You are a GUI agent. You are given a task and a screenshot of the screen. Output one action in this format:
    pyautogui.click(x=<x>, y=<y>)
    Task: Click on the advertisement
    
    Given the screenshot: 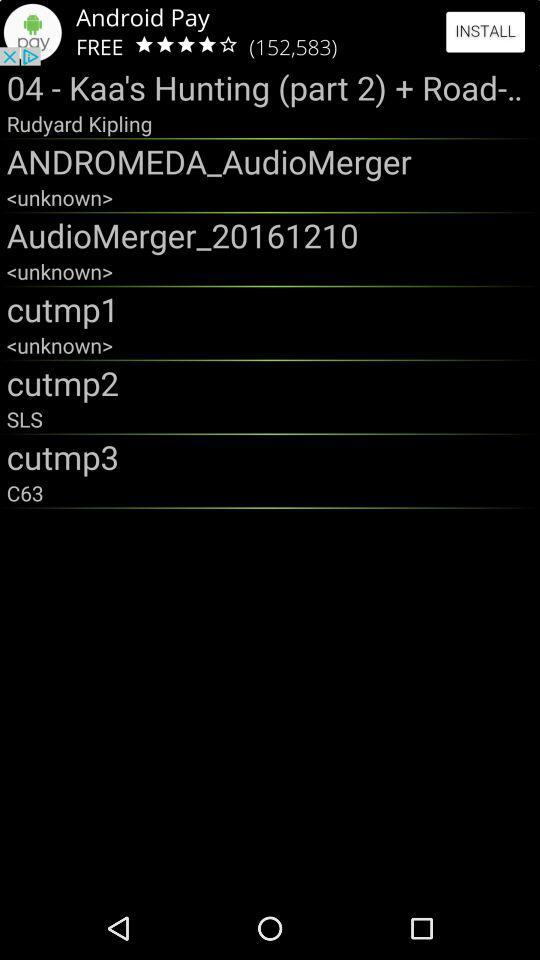 What is the action you would take?
    pyautogui.click(x=270, y=31)
    